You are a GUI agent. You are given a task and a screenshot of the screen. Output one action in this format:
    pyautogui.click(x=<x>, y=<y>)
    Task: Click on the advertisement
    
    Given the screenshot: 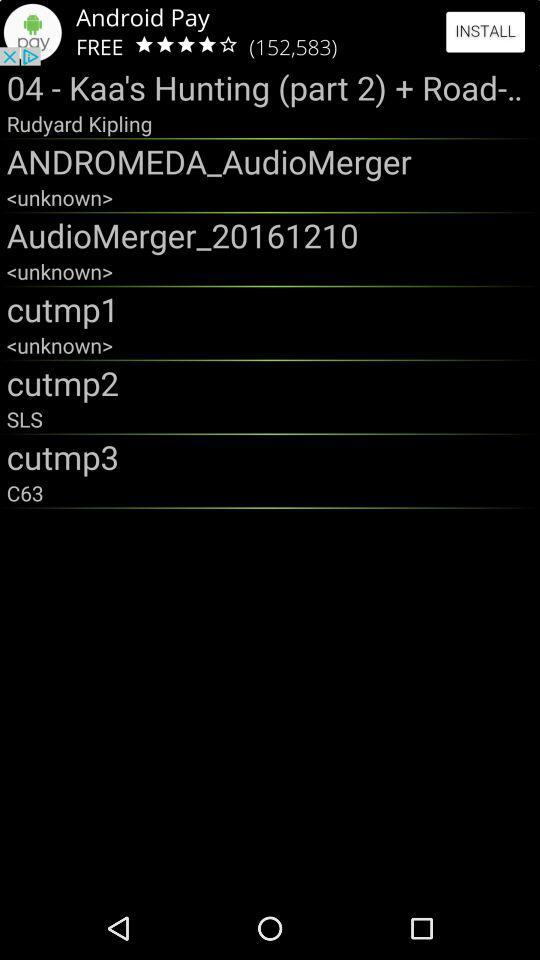 What is the action you would take?
    pyautogui.click(x=270, y=31)
    